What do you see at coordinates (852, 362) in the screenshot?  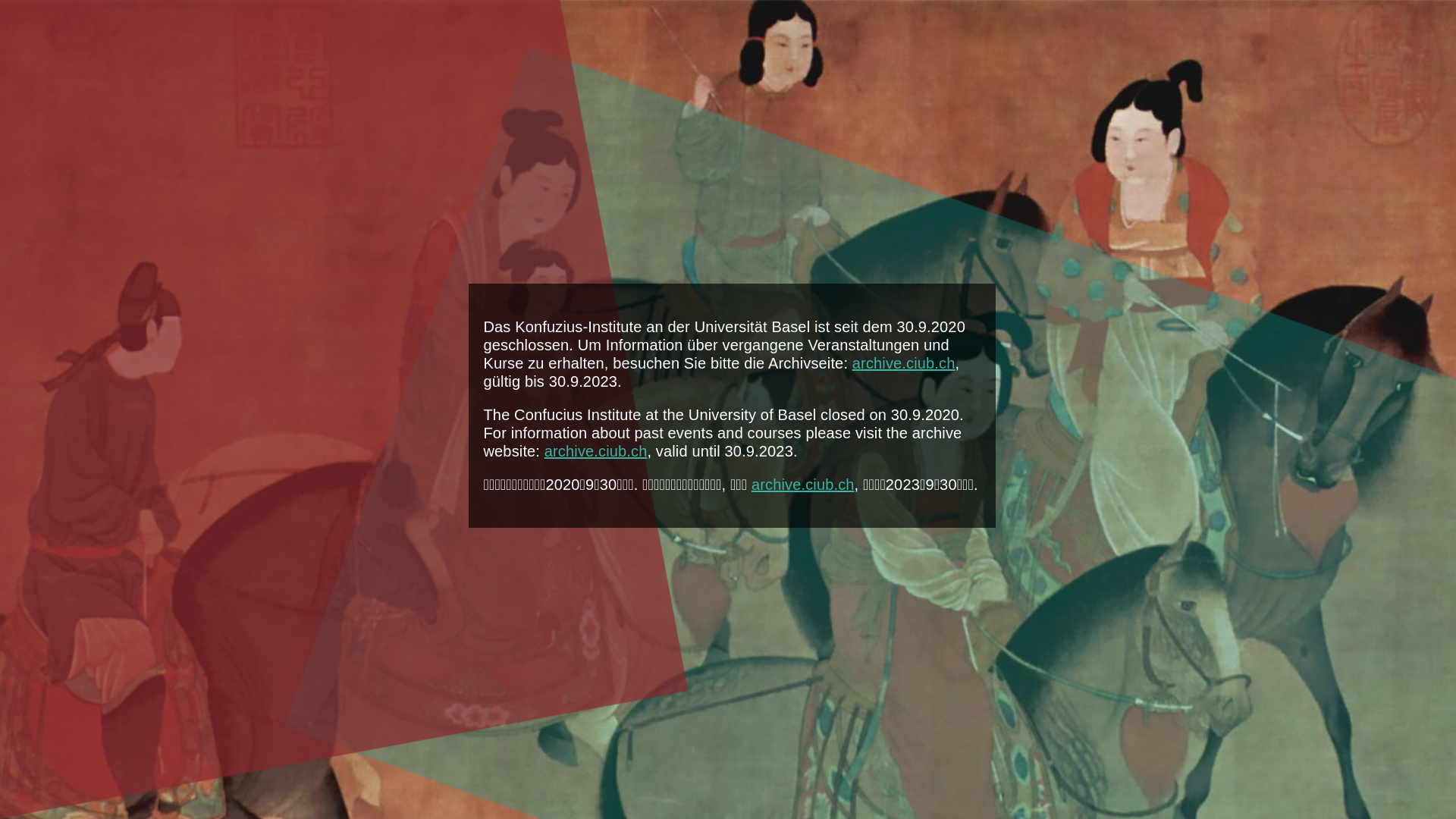 I see `'archive.ciub.ch'` at bounding box center [852, 362].